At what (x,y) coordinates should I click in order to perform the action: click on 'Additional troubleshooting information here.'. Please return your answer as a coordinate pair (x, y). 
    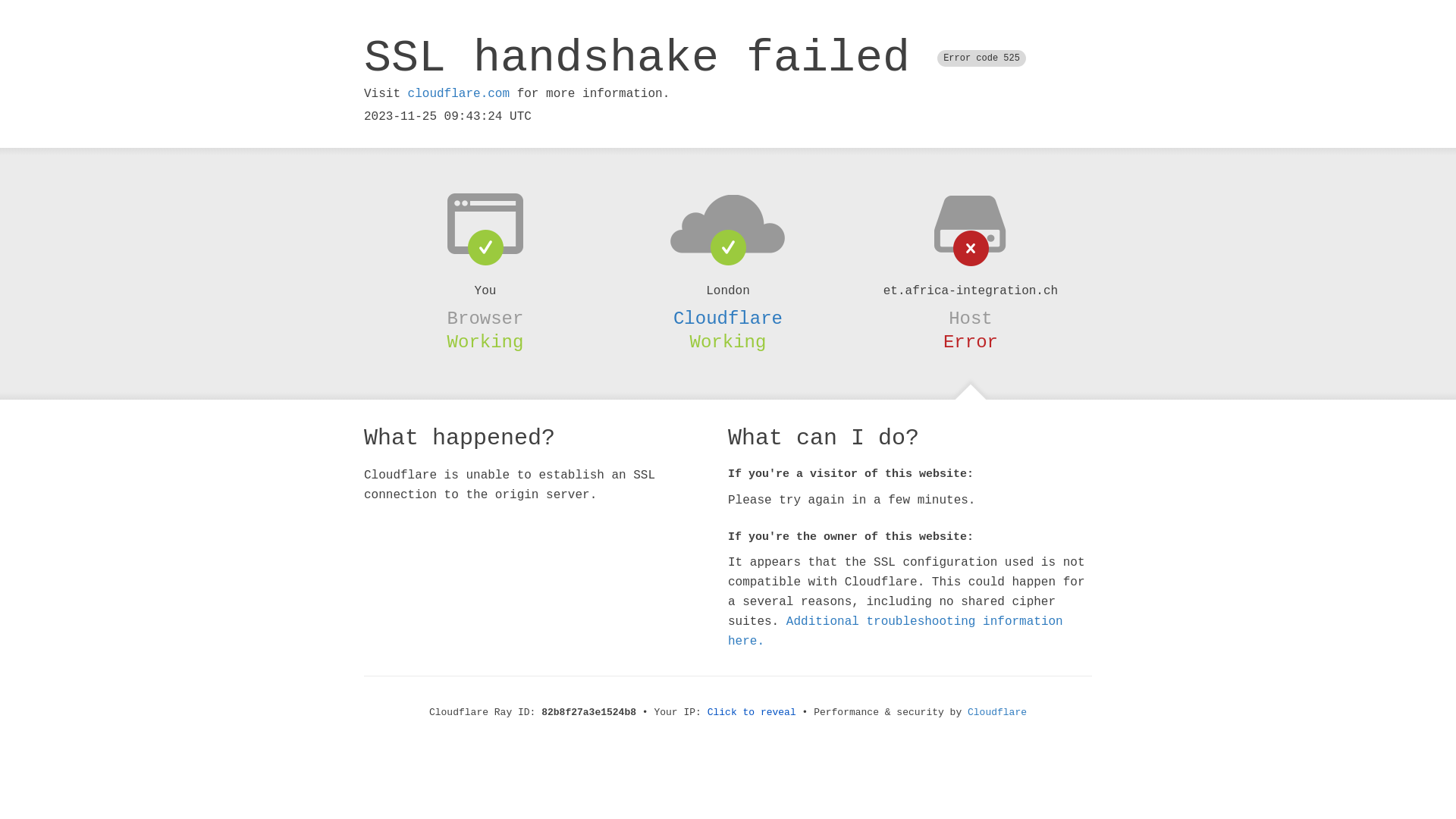
    Looking at the image, I should click on (895, 632).